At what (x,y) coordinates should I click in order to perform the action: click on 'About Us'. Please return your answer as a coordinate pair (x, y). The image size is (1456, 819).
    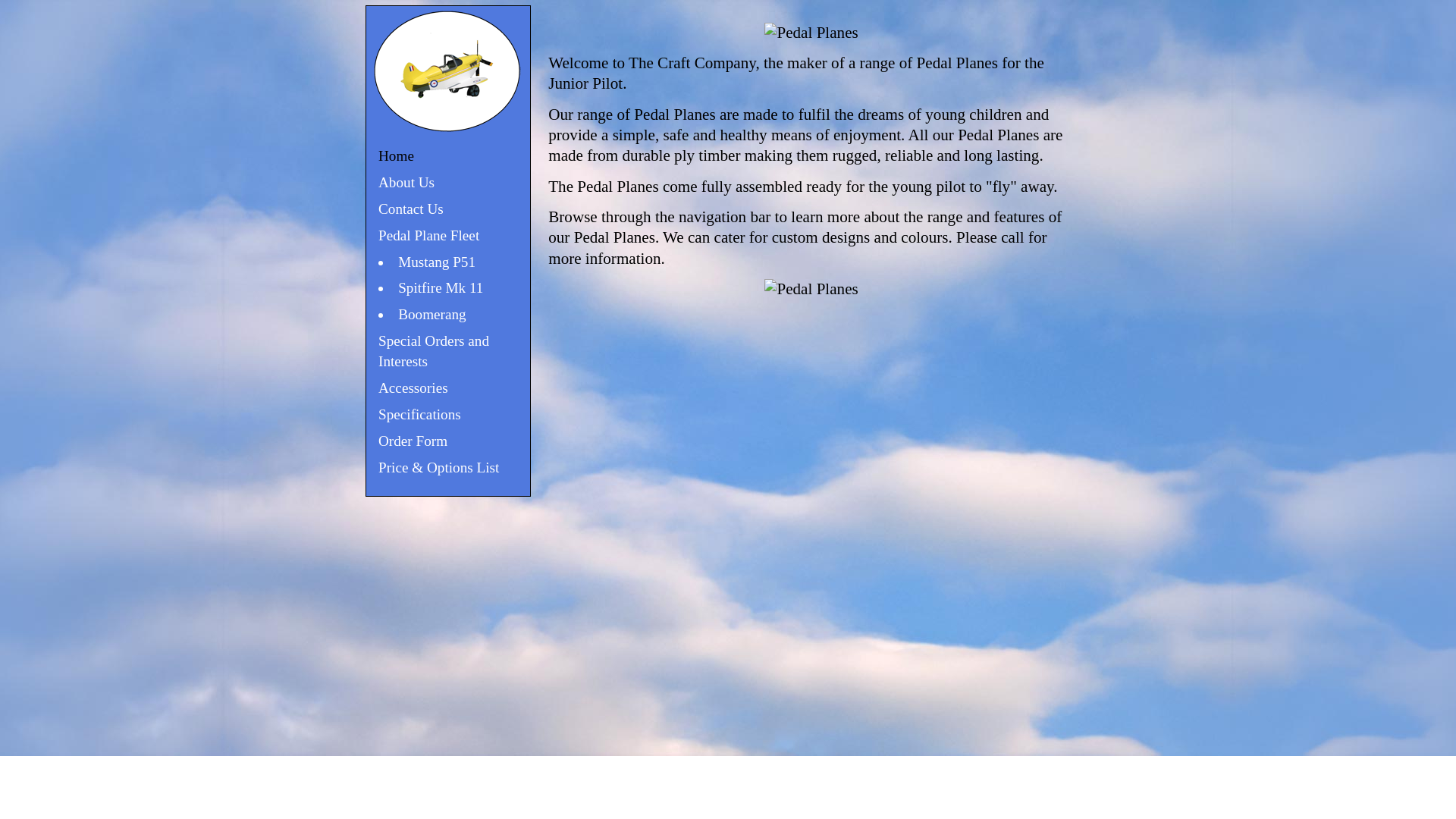
    Looking at the image, I should click on (406, 181).